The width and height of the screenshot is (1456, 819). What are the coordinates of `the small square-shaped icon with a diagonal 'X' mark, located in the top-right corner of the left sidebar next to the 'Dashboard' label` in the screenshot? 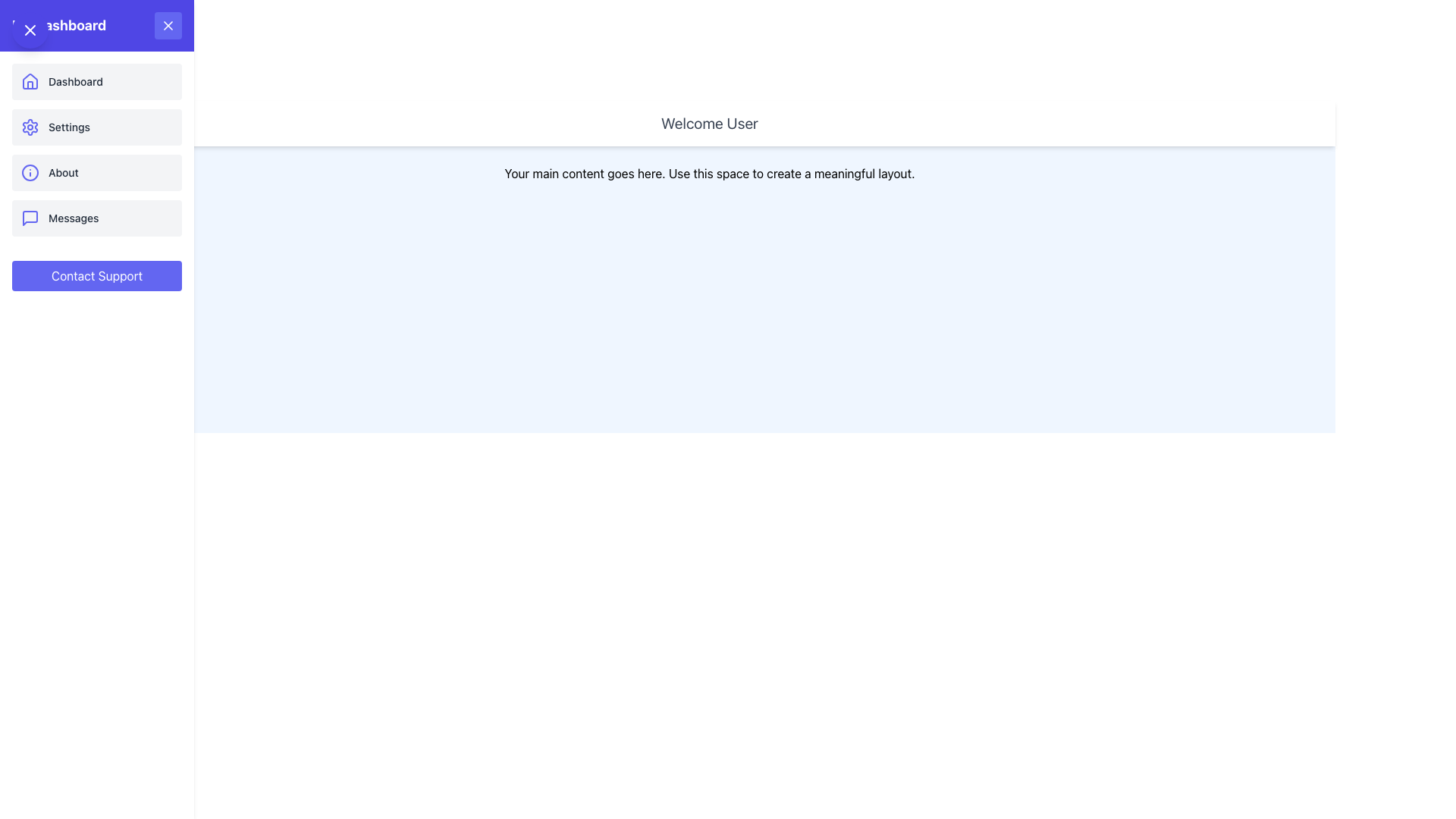 It's located at (168, 26).